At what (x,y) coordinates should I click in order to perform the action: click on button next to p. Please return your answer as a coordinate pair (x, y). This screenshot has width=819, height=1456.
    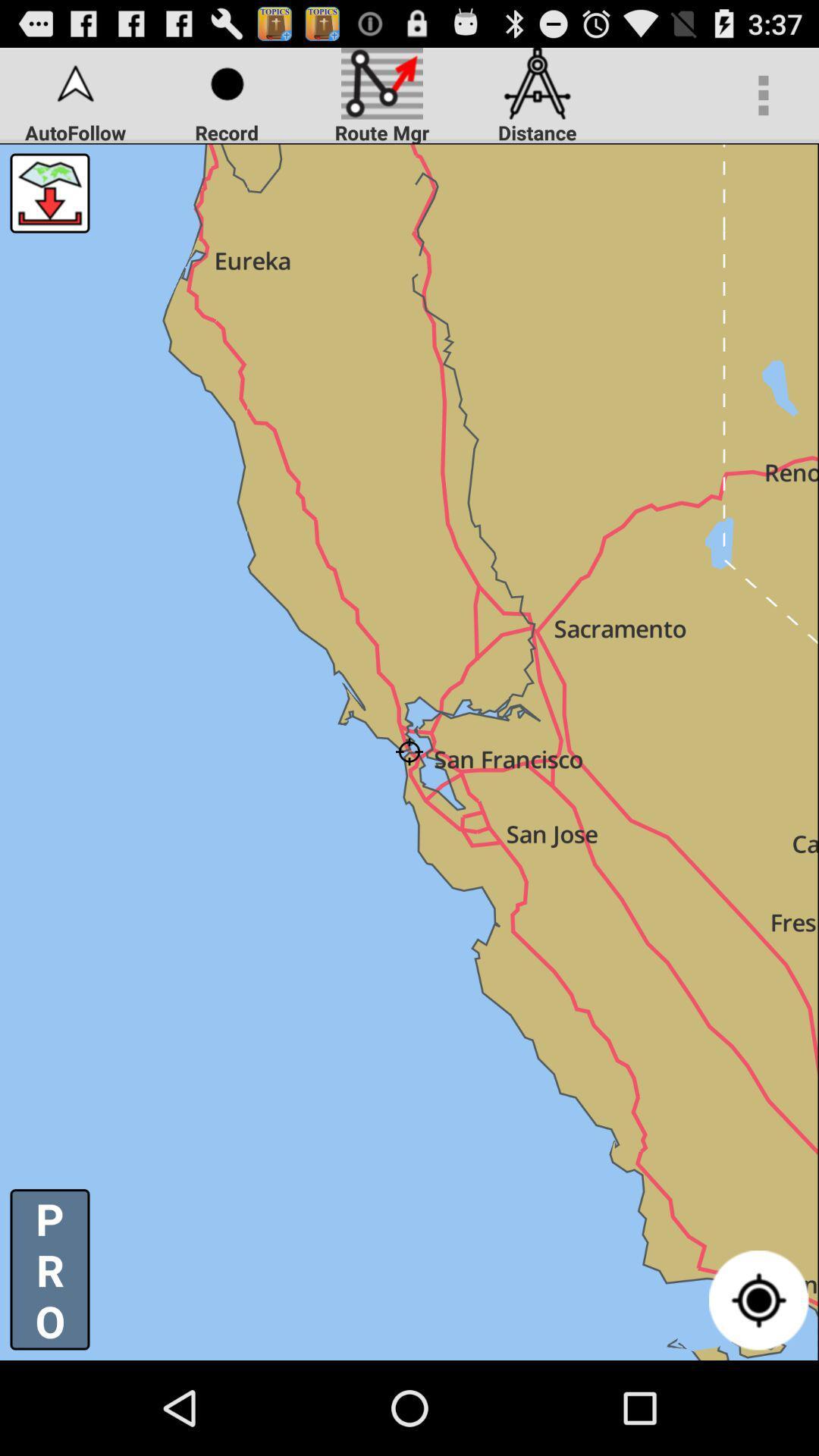
    Looking at the image, I should click on (758, 1299).